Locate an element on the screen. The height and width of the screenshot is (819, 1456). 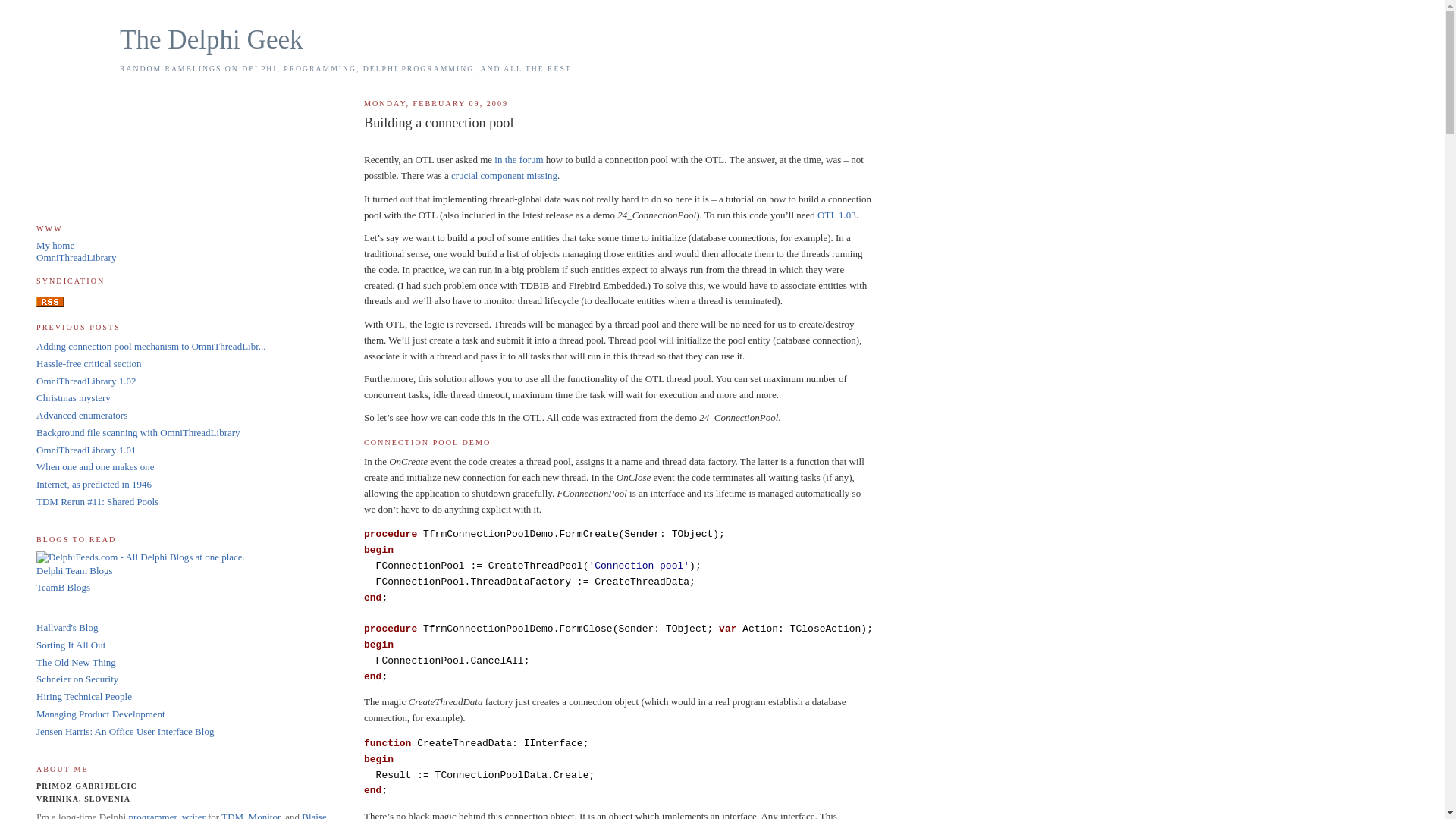
'crucial component missing' is located at coordinates (450, 174).